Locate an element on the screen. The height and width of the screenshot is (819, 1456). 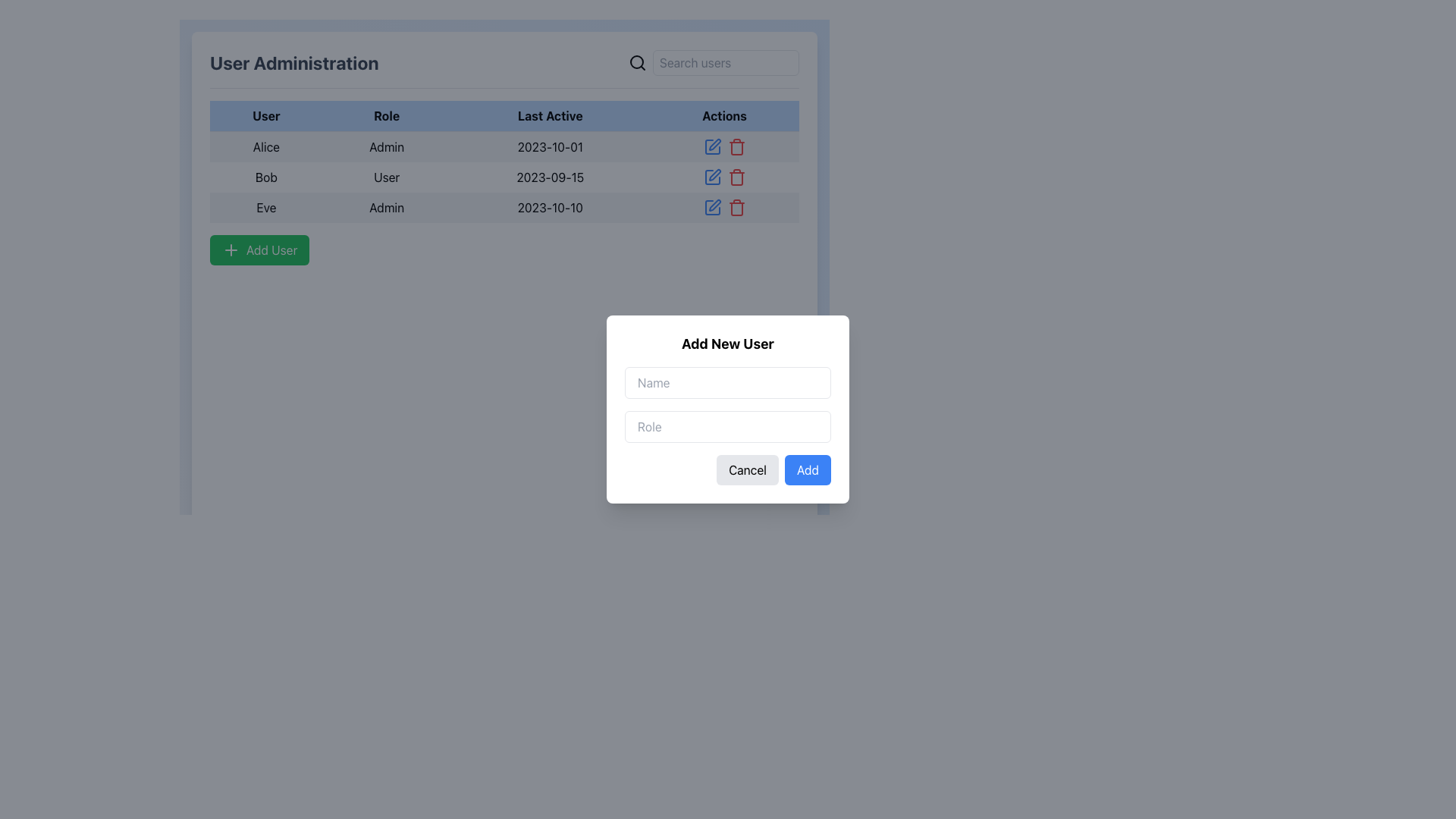
the submit button located at the bottom-right corner of the modal dialog box is located at coordinates (807, 469).